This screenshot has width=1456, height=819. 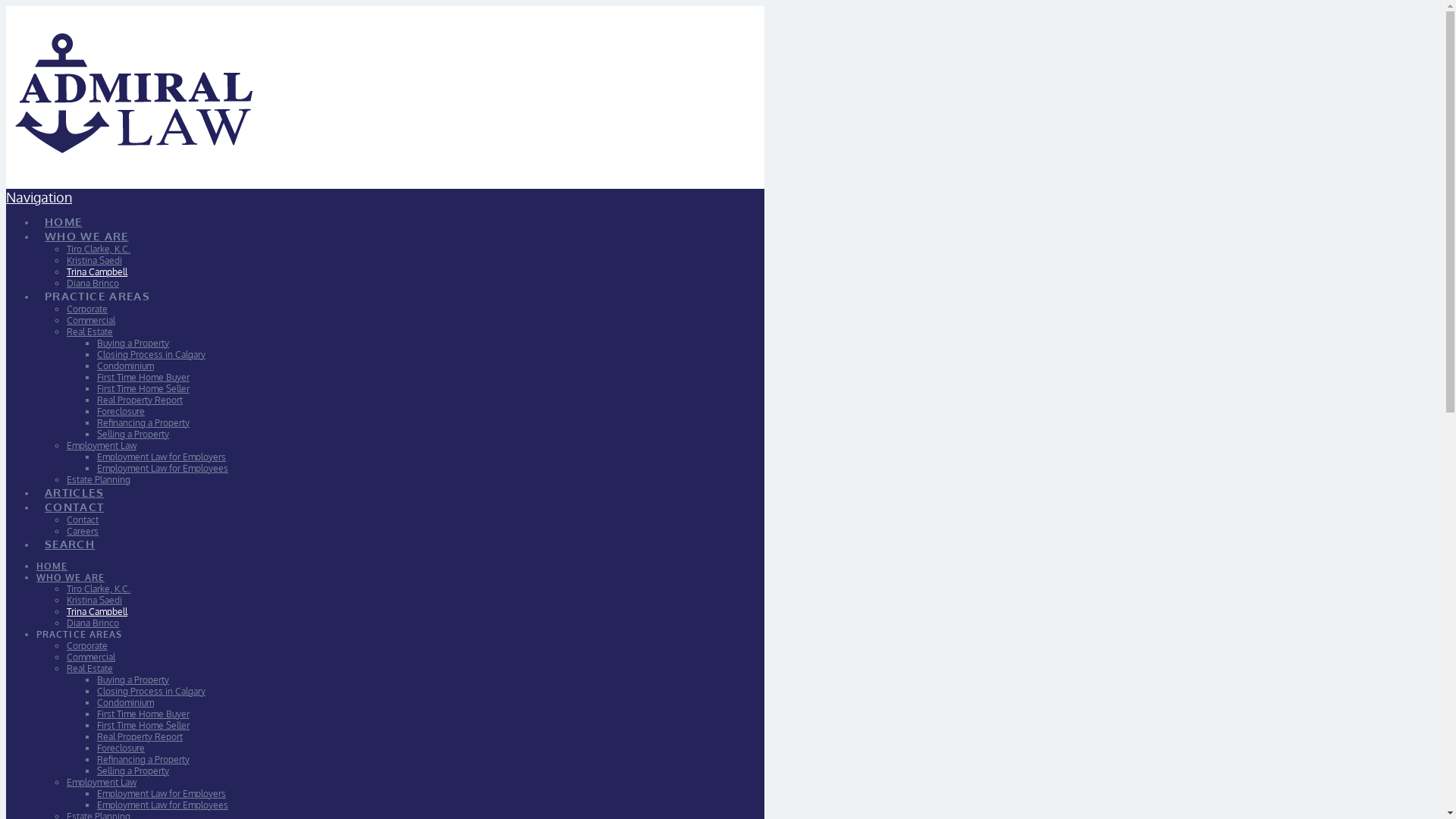 What do you see at coordinates (97, 479) in the screenshot?
I see `'Estate Planning'` at bounding box center [97, 479].